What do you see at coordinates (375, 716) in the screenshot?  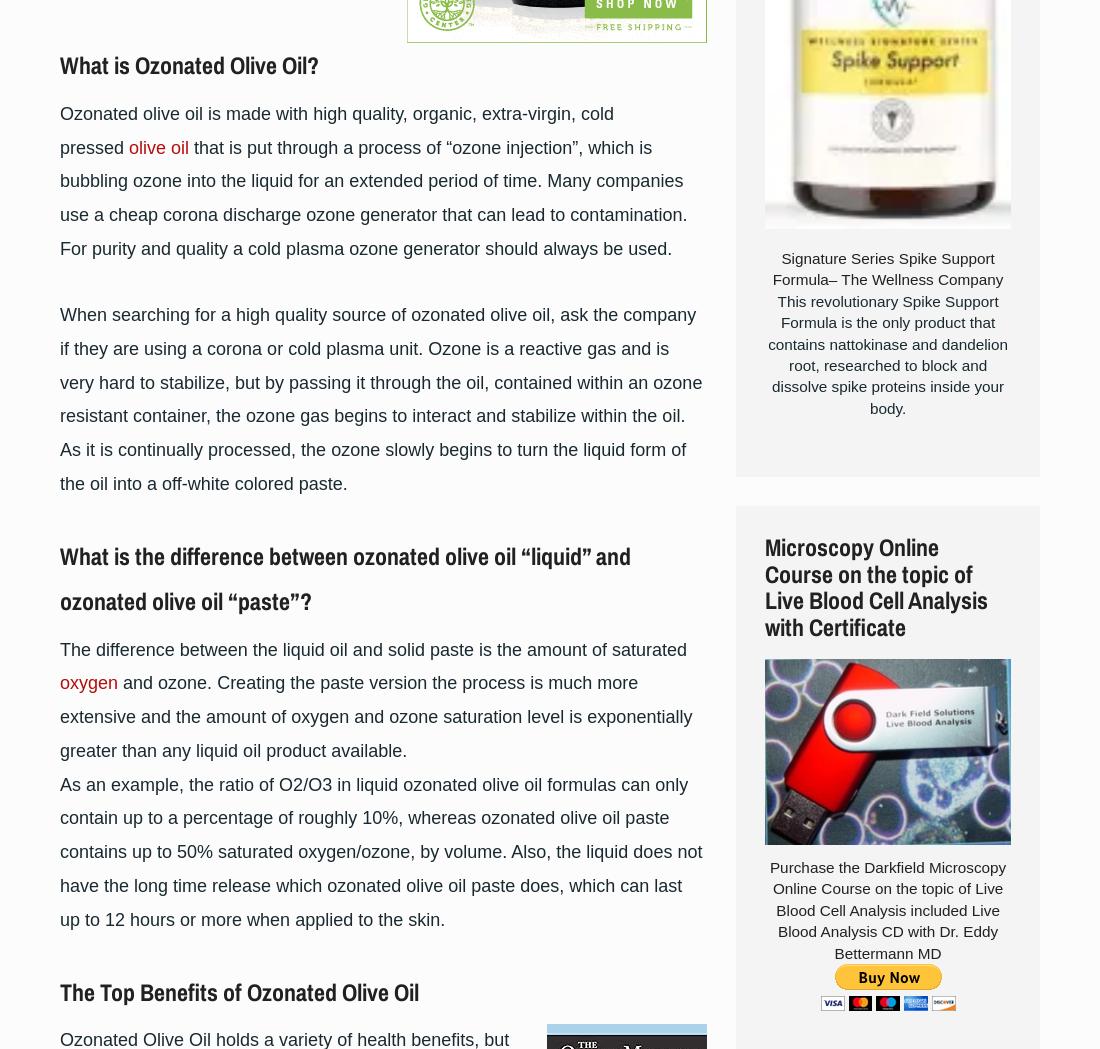 I see `'and ozone. Creating the paste version the process is much more extensive and the amount of oxygen and ozone saturation level is exponentially greater than any liquid oil product available.'` at bounding box center [375, 716].